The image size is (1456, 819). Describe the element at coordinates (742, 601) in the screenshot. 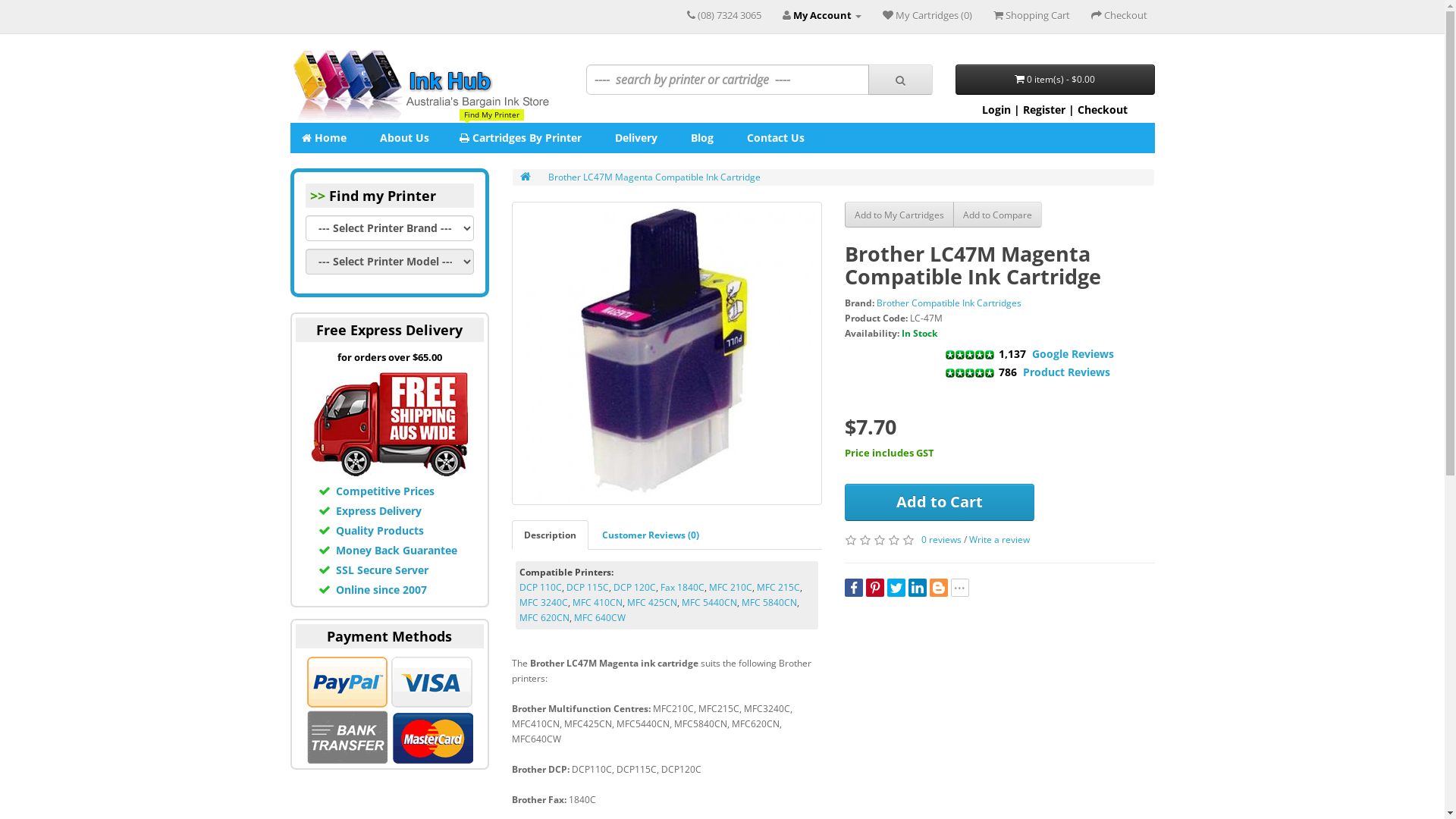

I see `'MFC 5840CN'` at that location.